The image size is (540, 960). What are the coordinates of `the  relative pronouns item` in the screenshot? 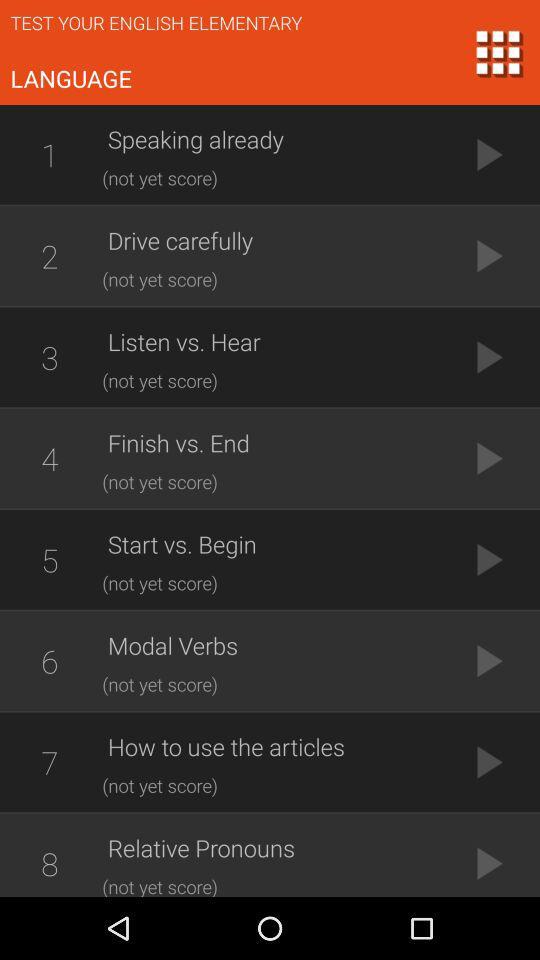 It's located at (274, 847).